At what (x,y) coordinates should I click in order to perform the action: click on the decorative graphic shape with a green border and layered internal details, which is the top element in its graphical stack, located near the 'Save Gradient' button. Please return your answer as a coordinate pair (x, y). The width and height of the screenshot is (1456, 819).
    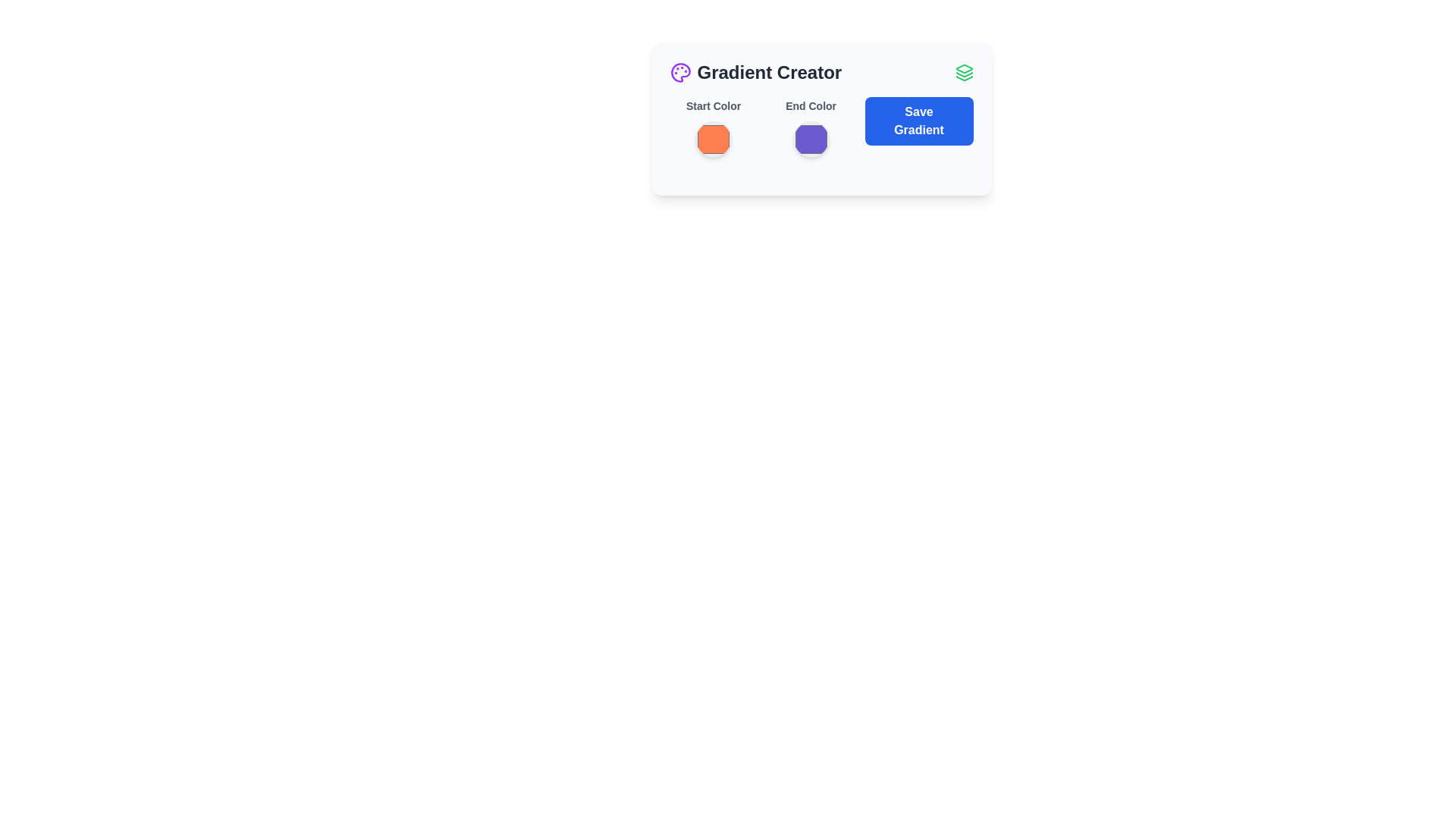
    Looking at the image, I should click on (963, 69).